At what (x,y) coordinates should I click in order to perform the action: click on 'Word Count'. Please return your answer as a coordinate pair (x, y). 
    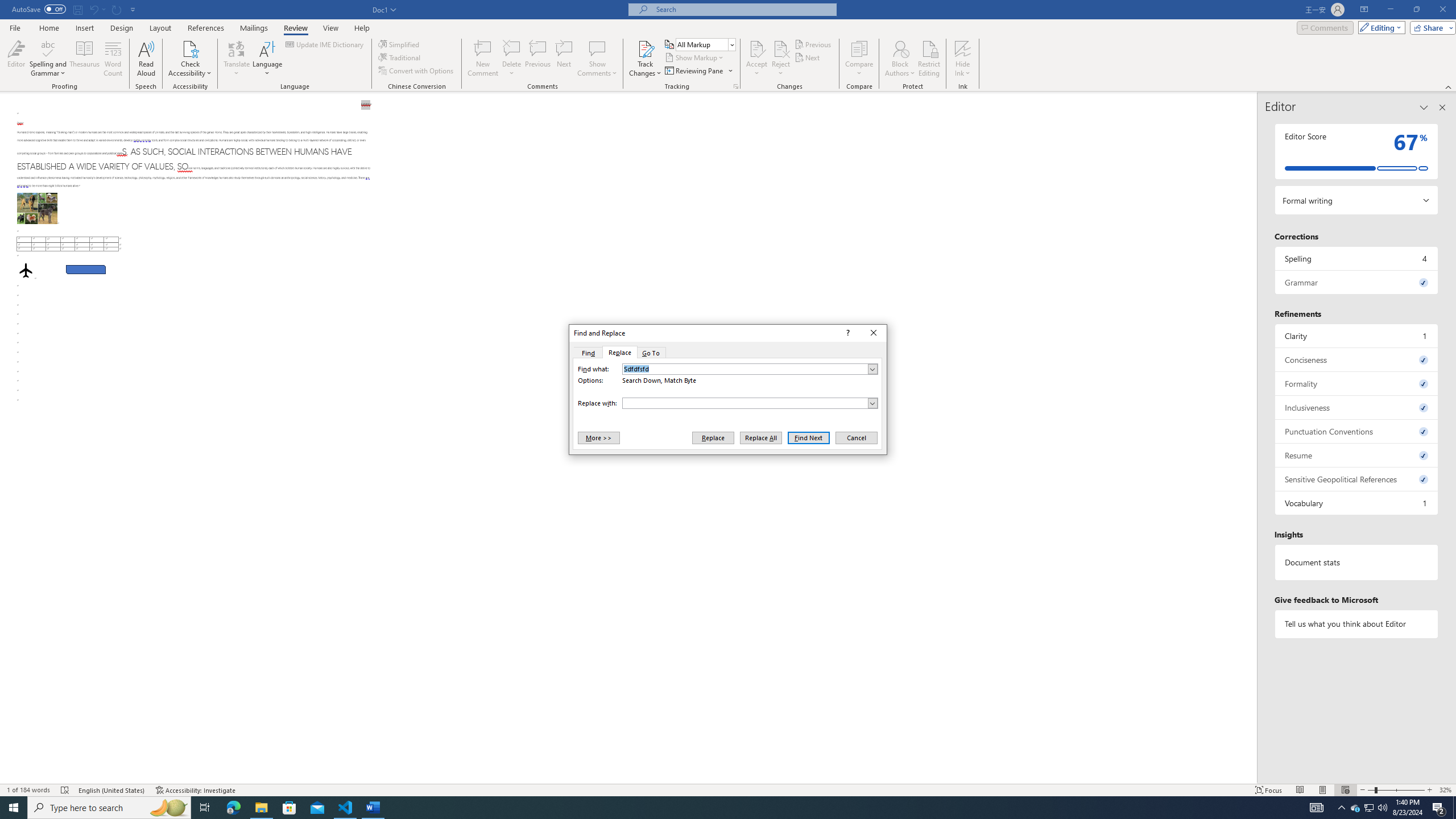
    Looking at the image, I should click on (113, 59).